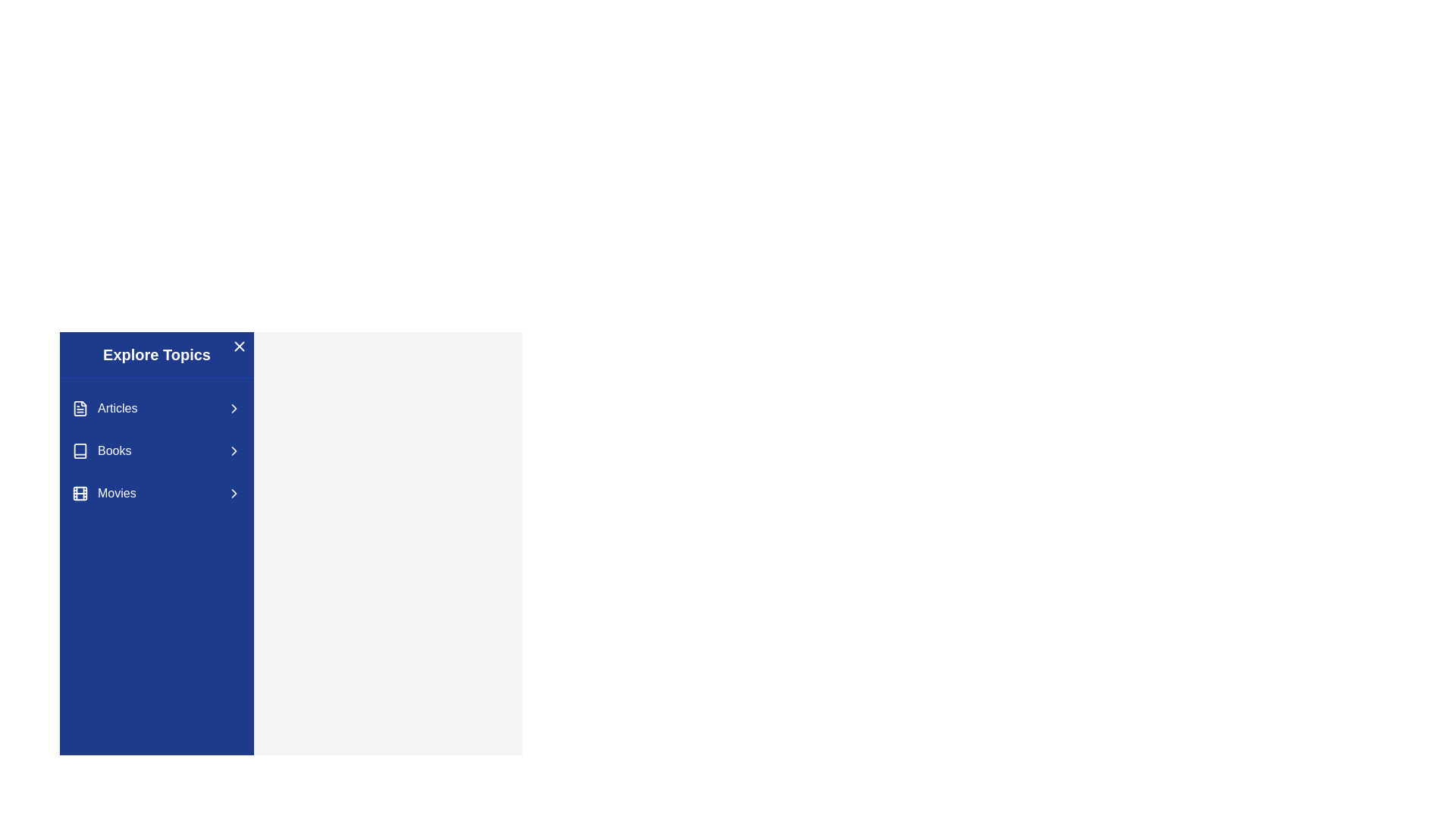 This screenshot has width=1456, height=819. I want to click on the text label displaying 'Movies' in white on a dark blue background, which is the third item in the vertical list under 'Explore Topics', so click(116, 494).